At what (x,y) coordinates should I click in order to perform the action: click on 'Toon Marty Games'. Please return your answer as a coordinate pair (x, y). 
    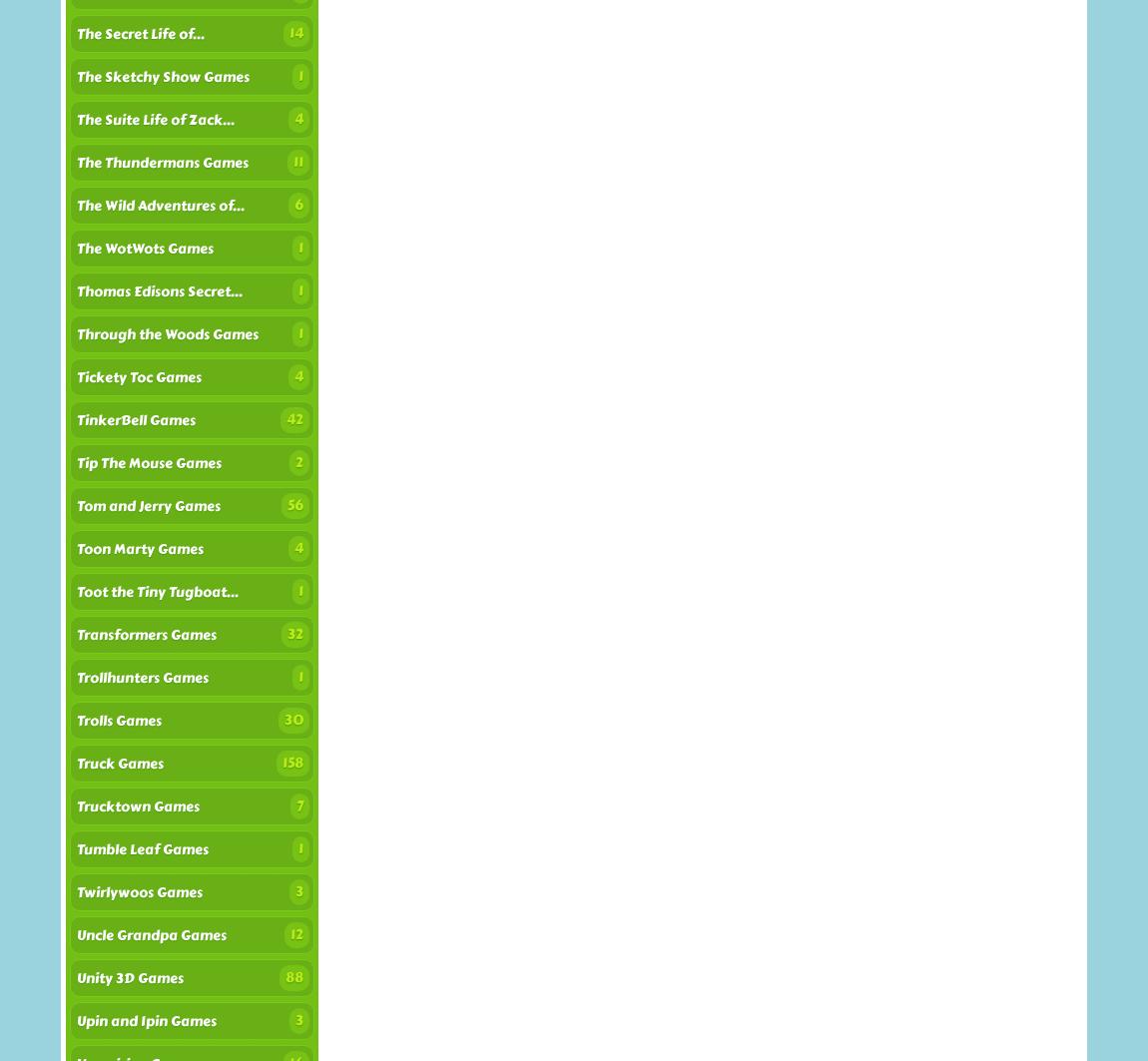
    Looking at the image, I should click on (139, 548).